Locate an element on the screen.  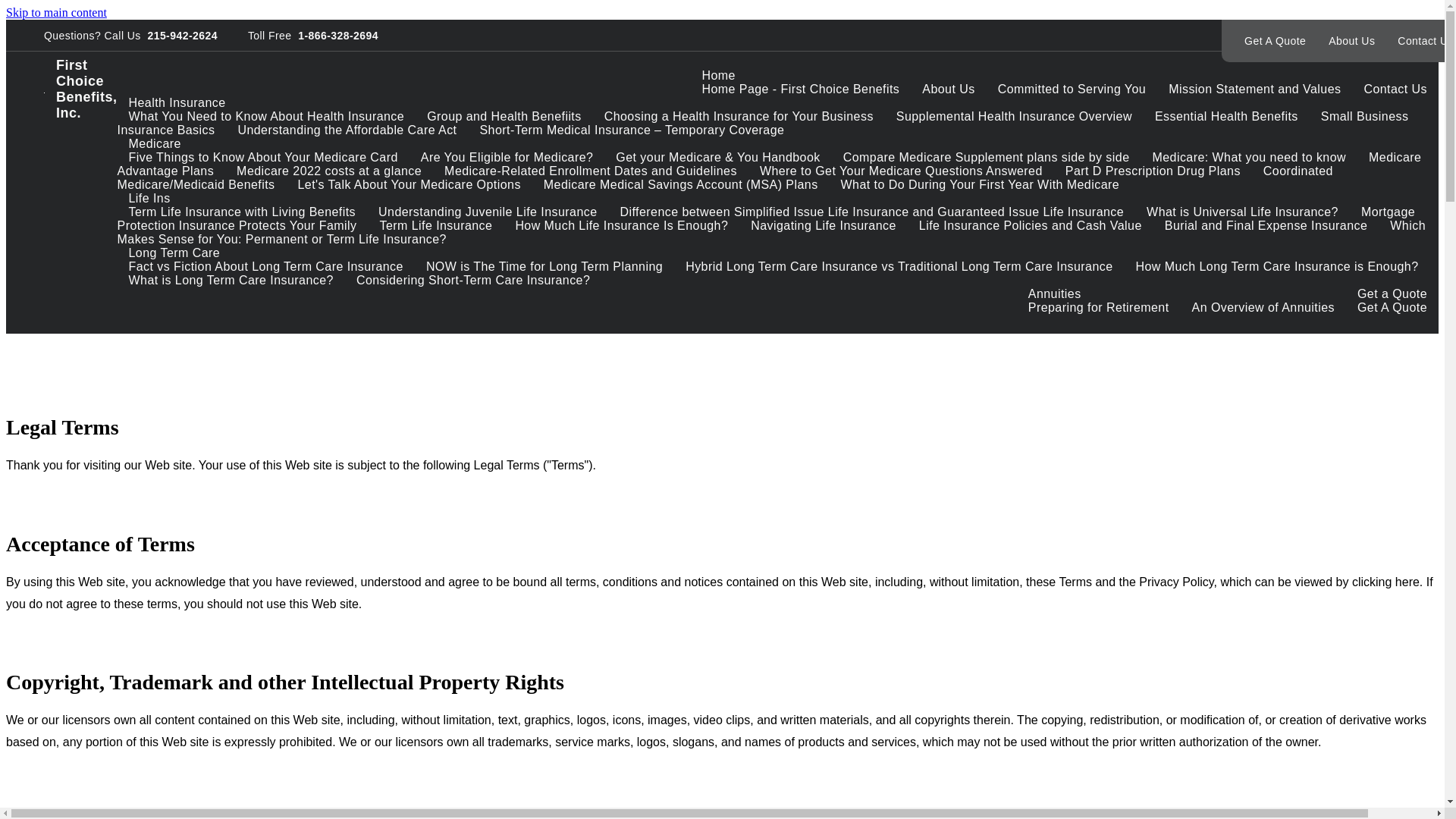
'Let's Talk About Your Medicare Options' is located at coordinates (409, 184).